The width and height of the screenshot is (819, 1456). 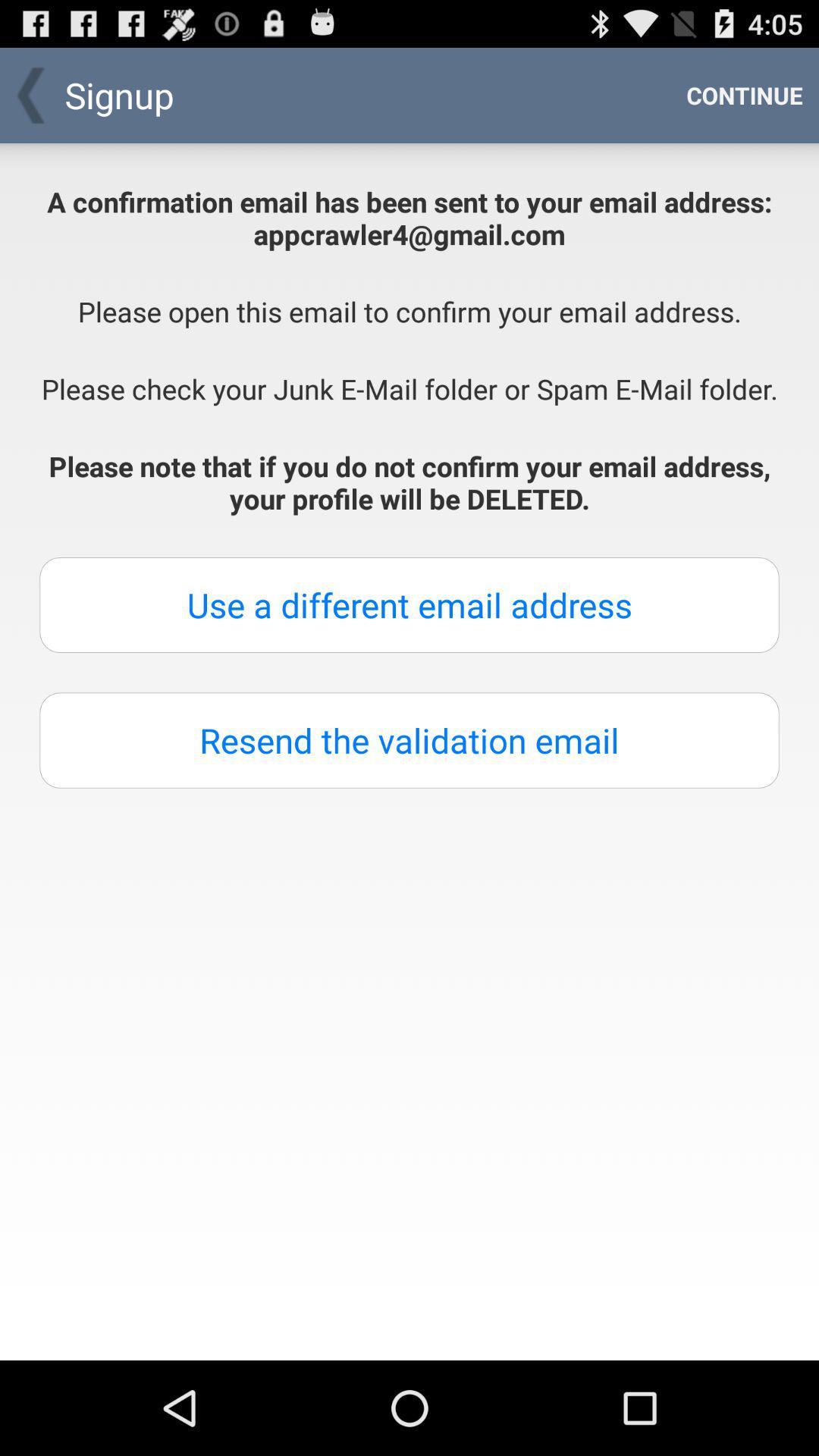 I want to click on use a different button, so click(x=409, y=604).